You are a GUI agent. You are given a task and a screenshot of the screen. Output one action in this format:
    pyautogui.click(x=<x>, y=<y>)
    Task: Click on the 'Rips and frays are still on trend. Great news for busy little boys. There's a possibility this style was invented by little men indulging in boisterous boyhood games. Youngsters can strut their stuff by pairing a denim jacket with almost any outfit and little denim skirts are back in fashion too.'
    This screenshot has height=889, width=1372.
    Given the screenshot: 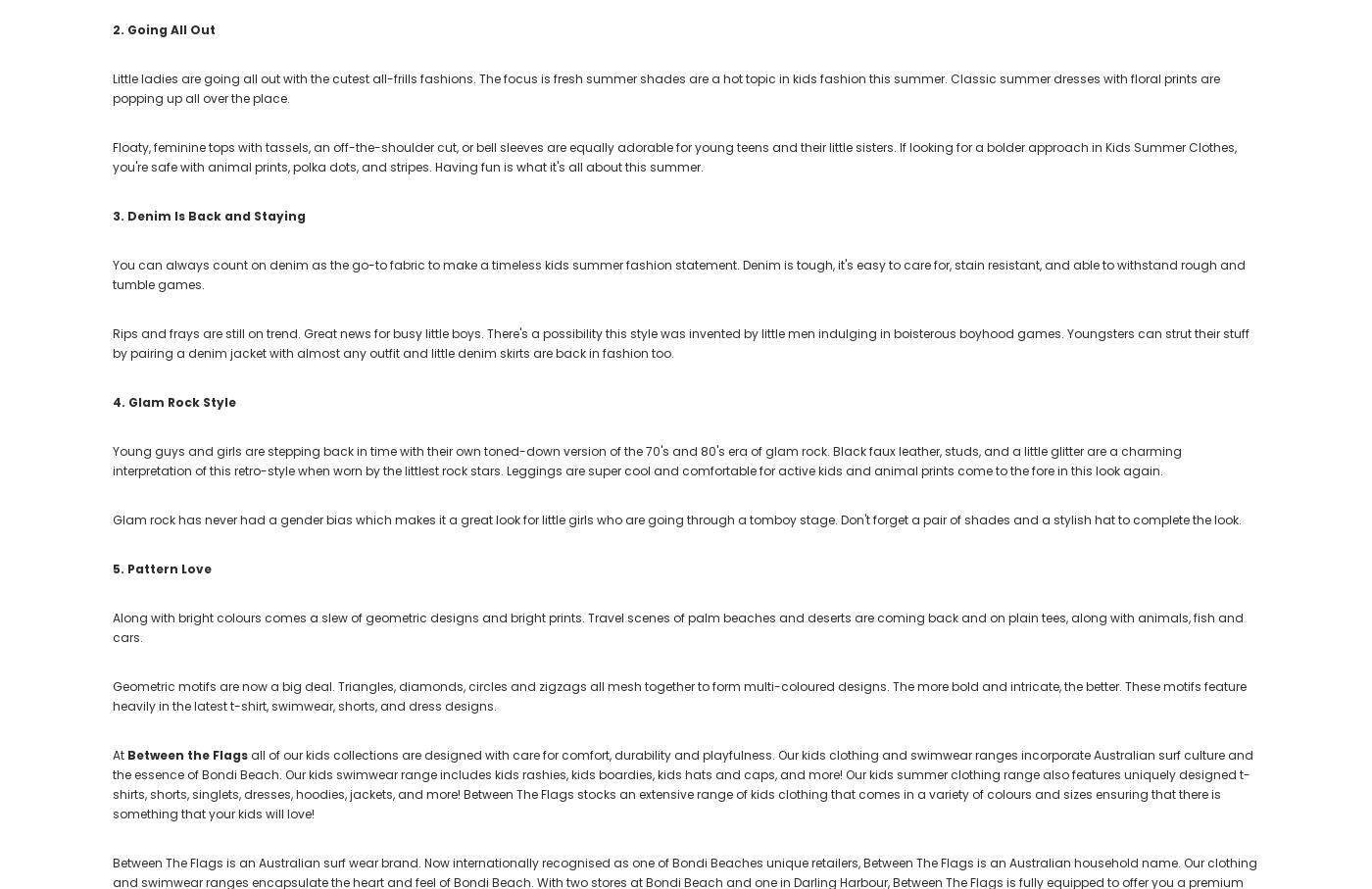 What is the action you would take?
    pyautogui.click(x=680, y=342)
    